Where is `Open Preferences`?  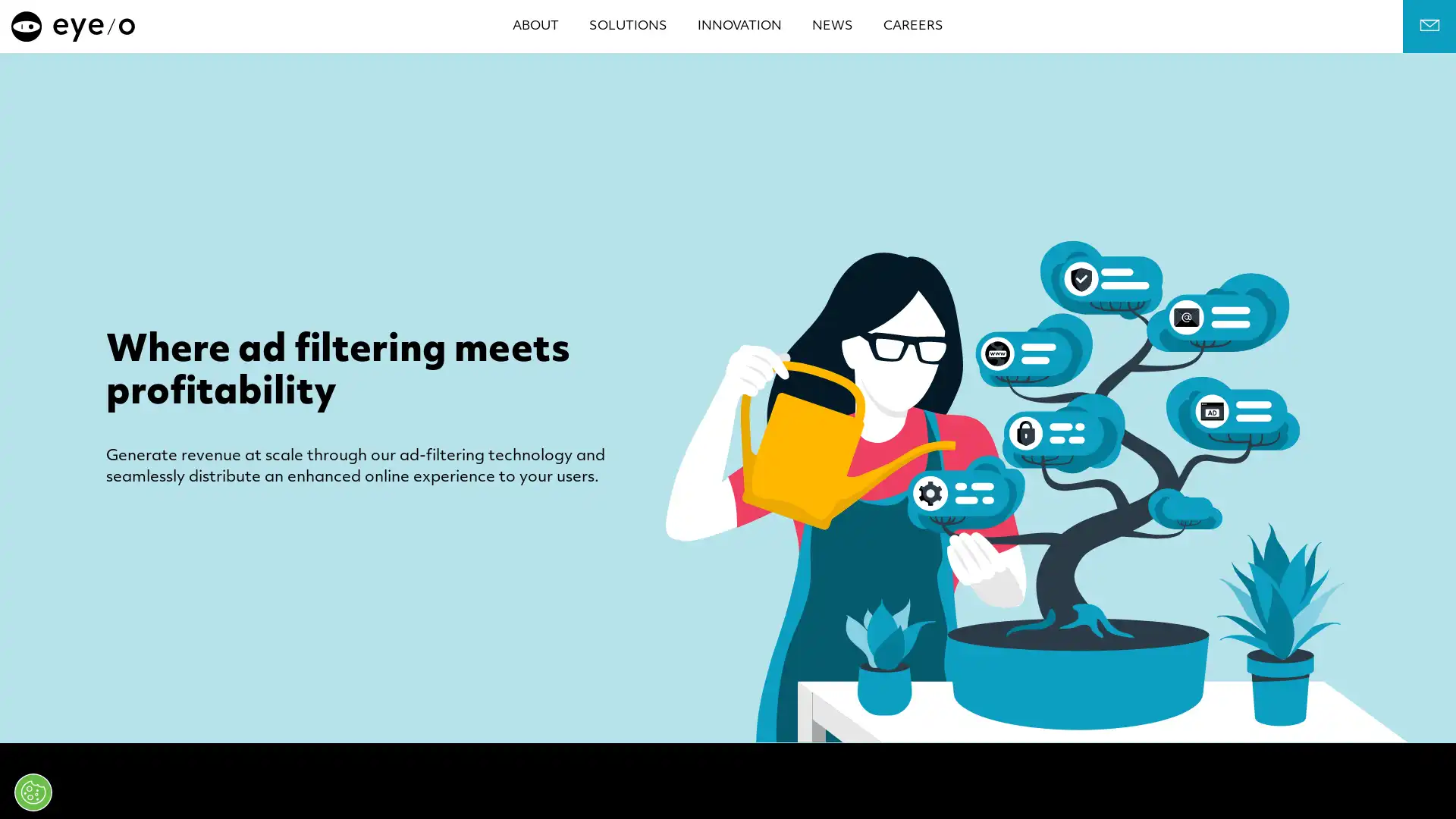
Open Preferences is located at coordinates (33, 792).